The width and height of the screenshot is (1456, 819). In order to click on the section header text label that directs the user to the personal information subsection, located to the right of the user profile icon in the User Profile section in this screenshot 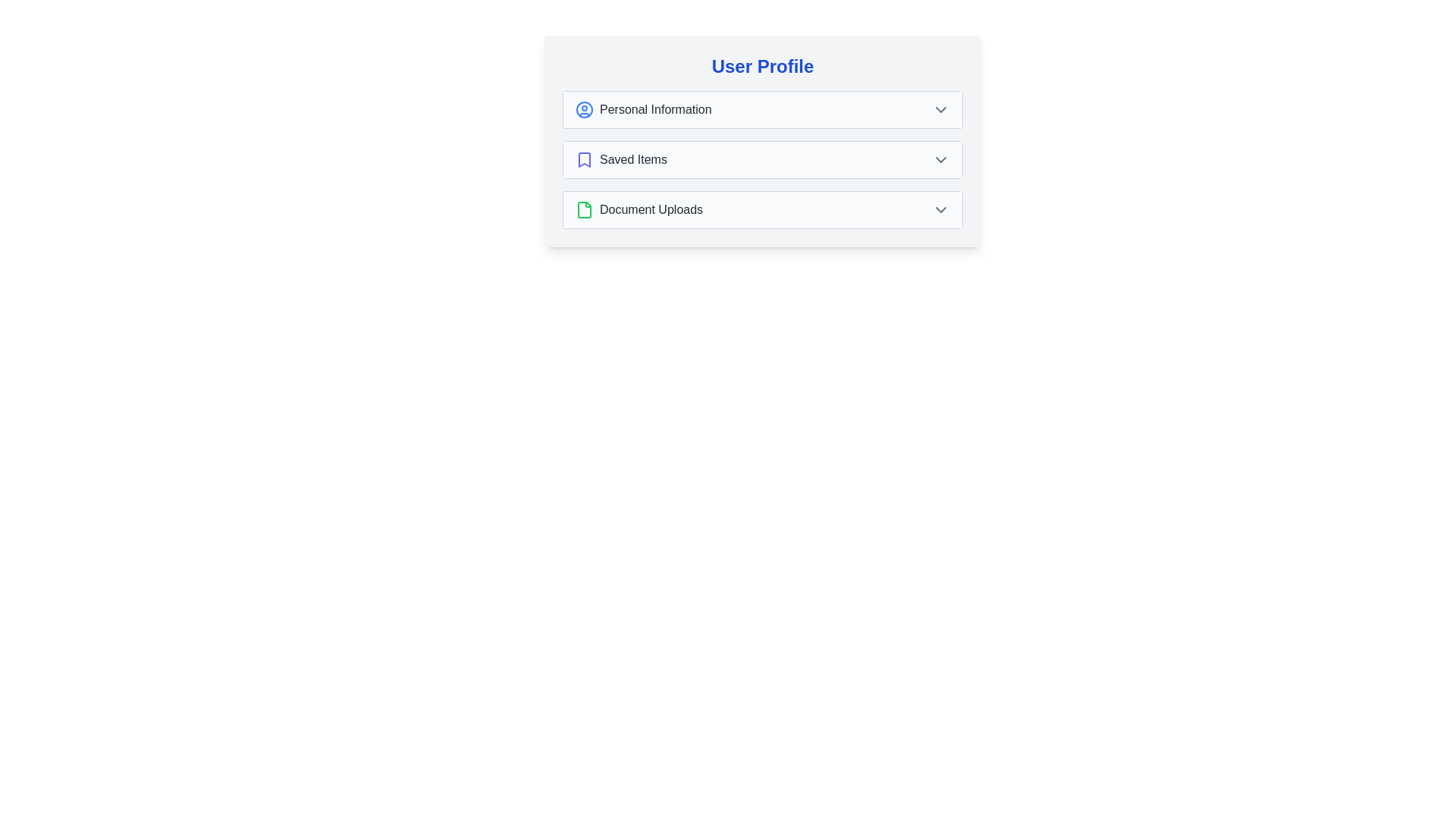, I will do `click(655, 109)`.